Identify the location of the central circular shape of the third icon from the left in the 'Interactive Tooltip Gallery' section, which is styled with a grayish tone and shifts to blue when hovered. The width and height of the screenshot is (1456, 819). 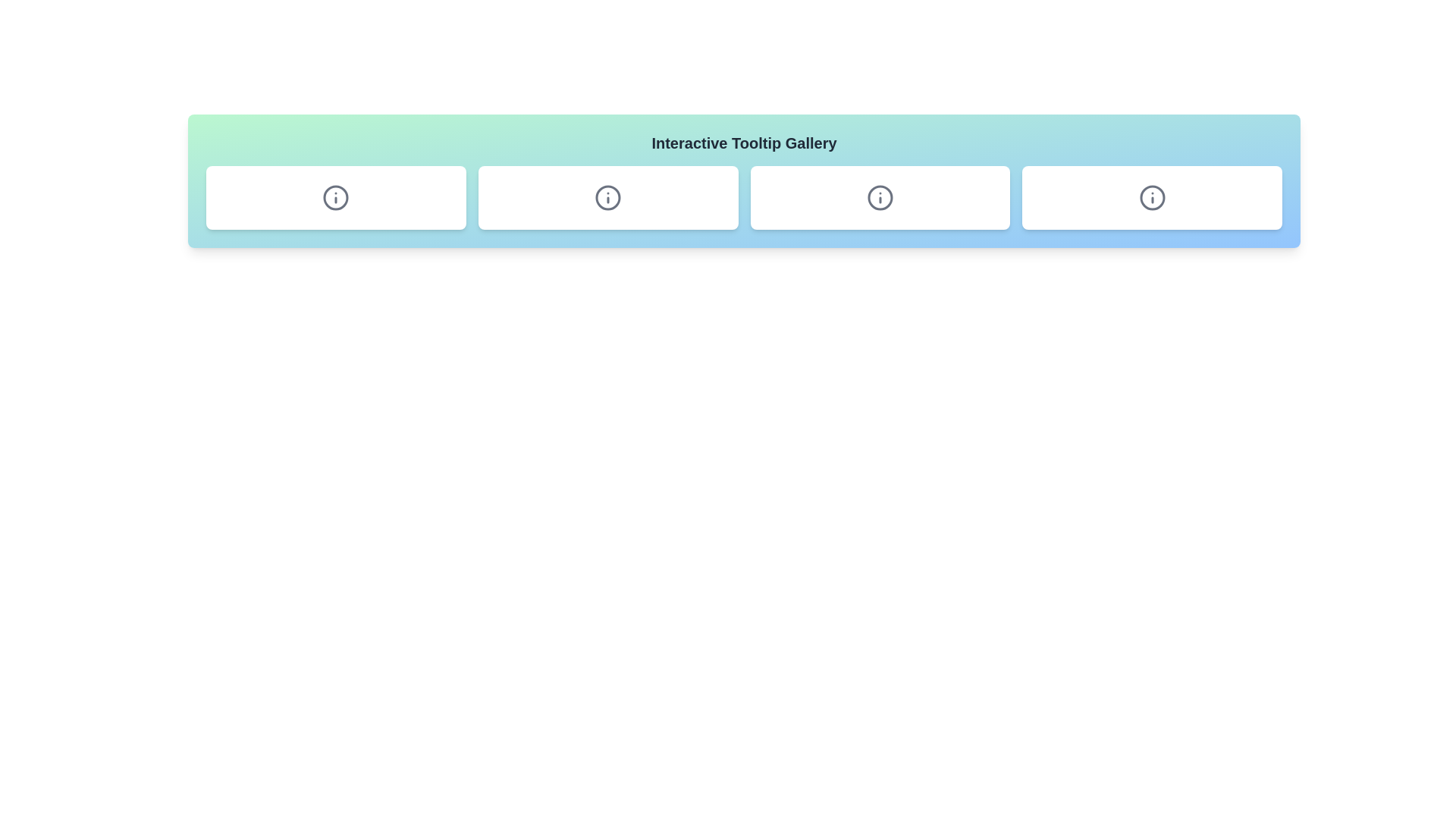
(608, 197).